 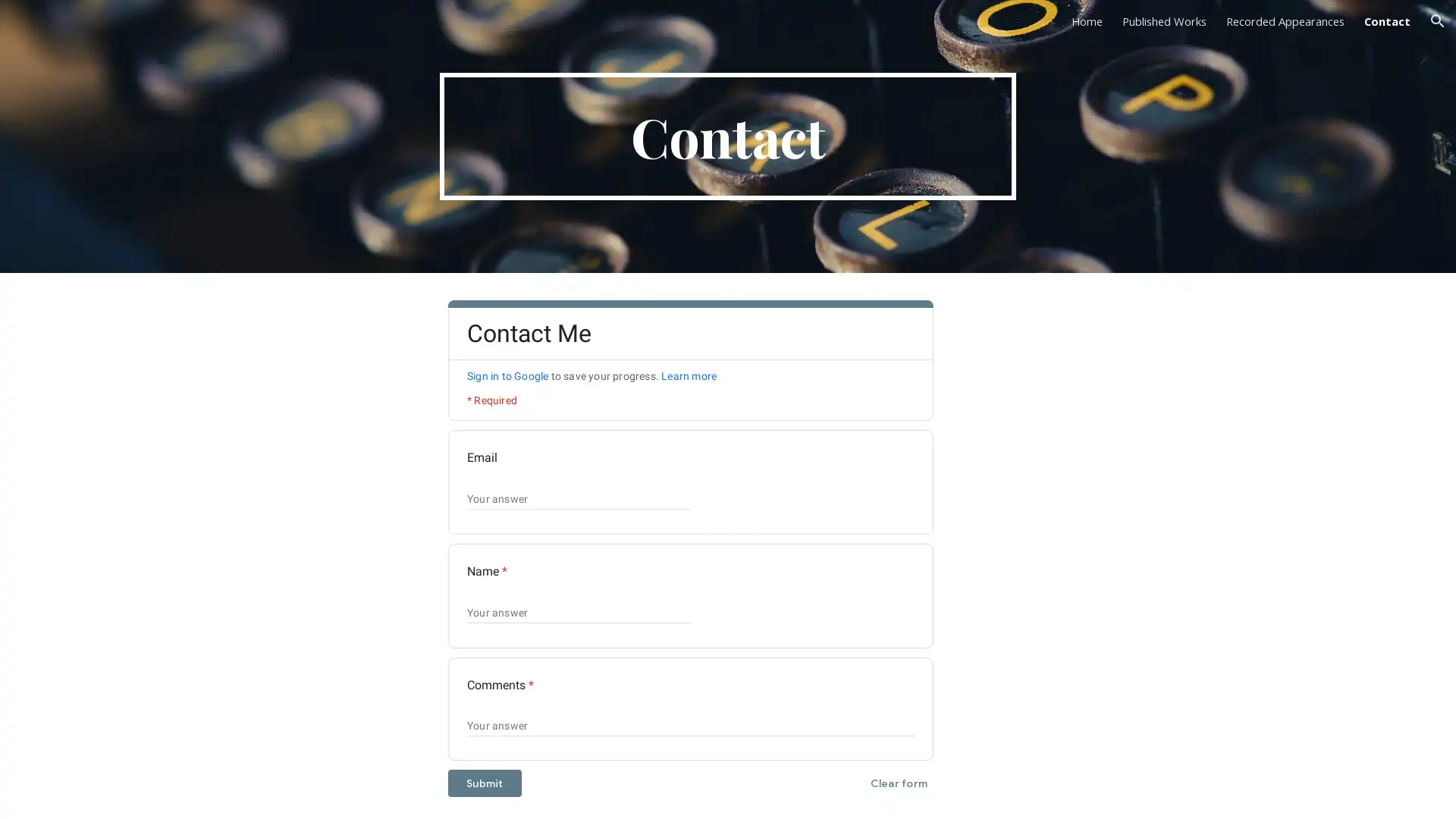 What do you see at coordinates (27, 792) in the screenshot?
I see `Site actions` at bounding box center [27, 792].